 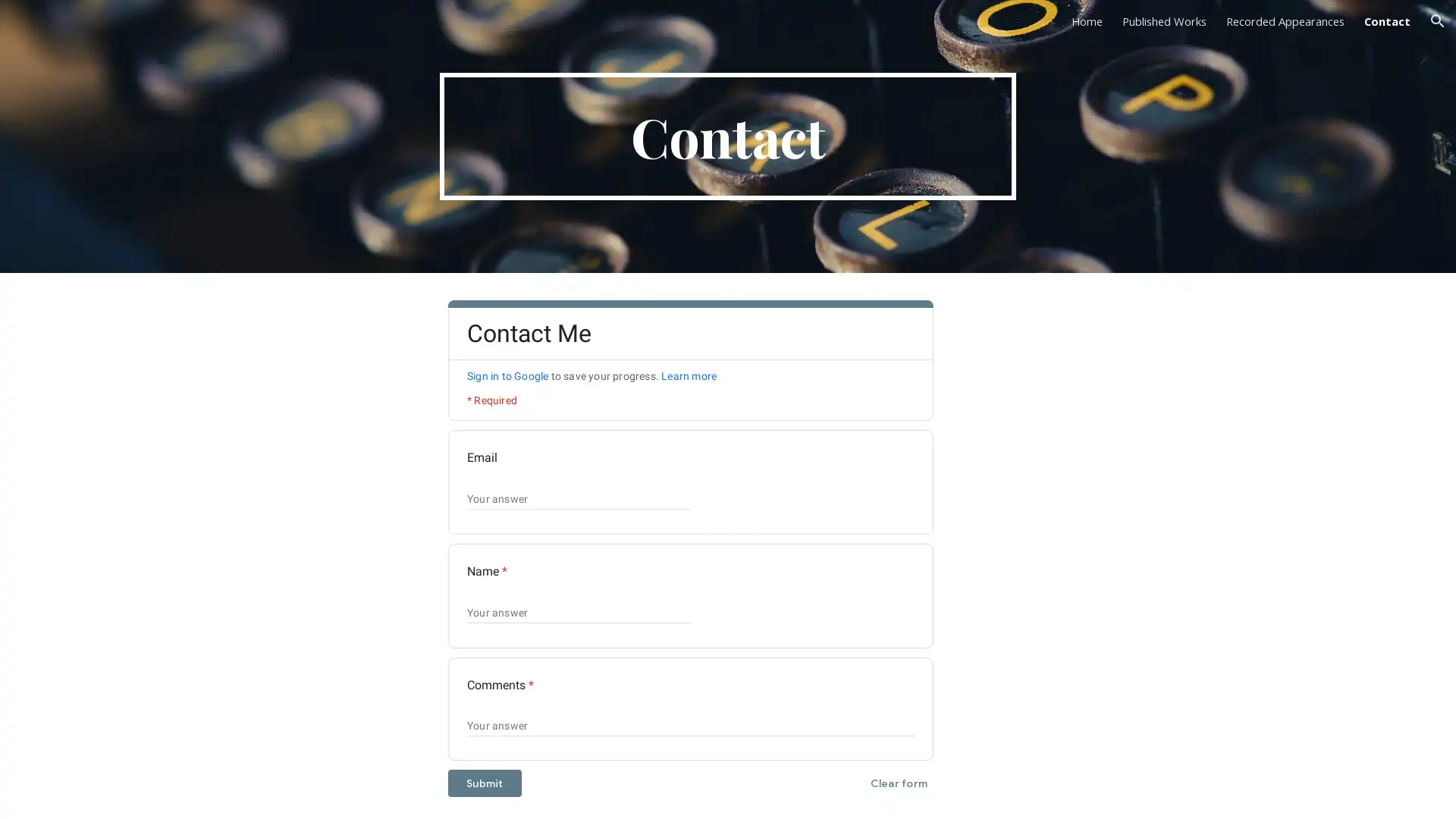 What do you see at coordinates (27, 792) in the screenshot?
I see `Site actions` at bounding box center [27, 792].